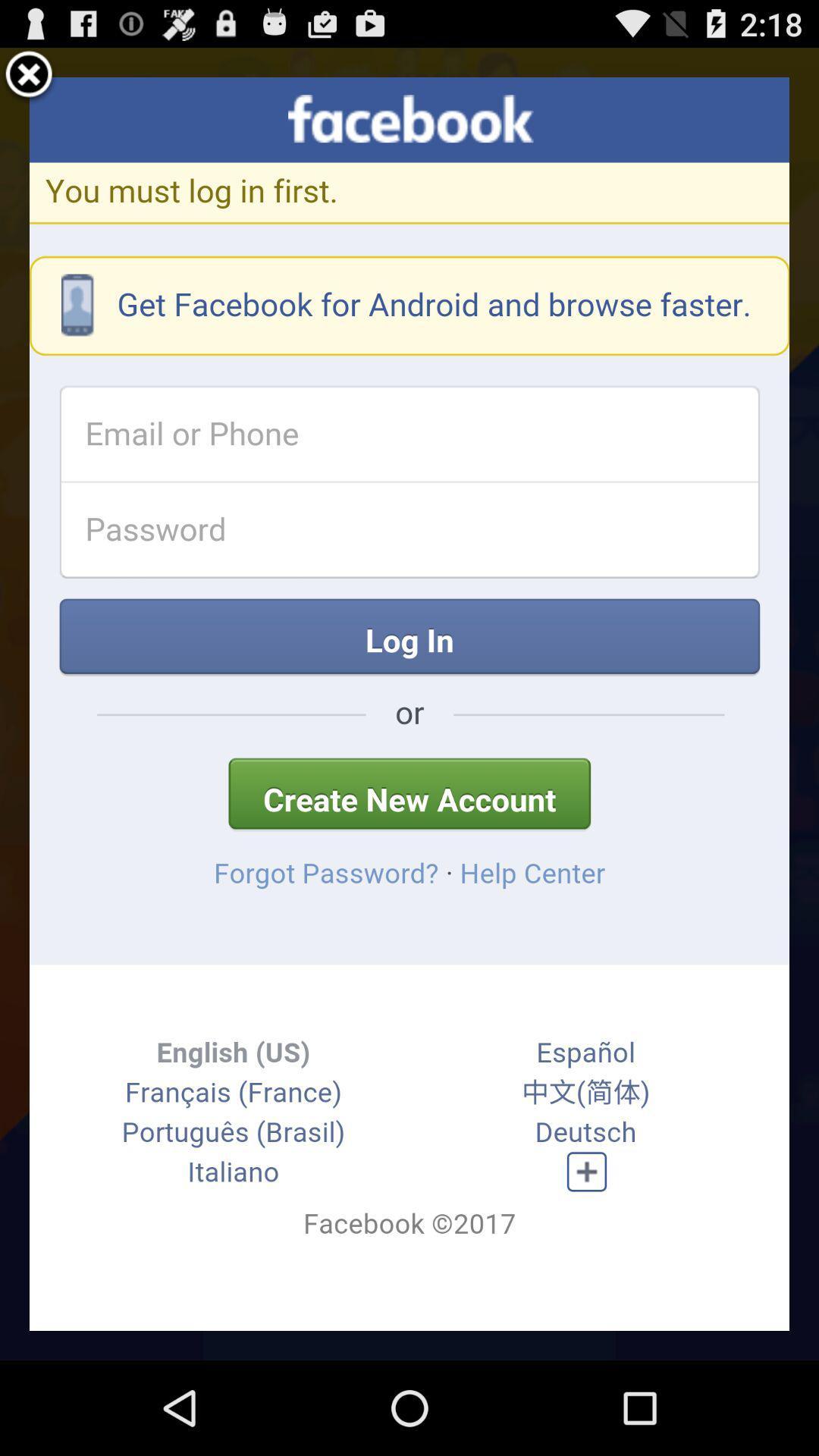  What do you see at coordinates (409, 703) in the screenshot?
I see `facebook` at bounding box center [409, 703].